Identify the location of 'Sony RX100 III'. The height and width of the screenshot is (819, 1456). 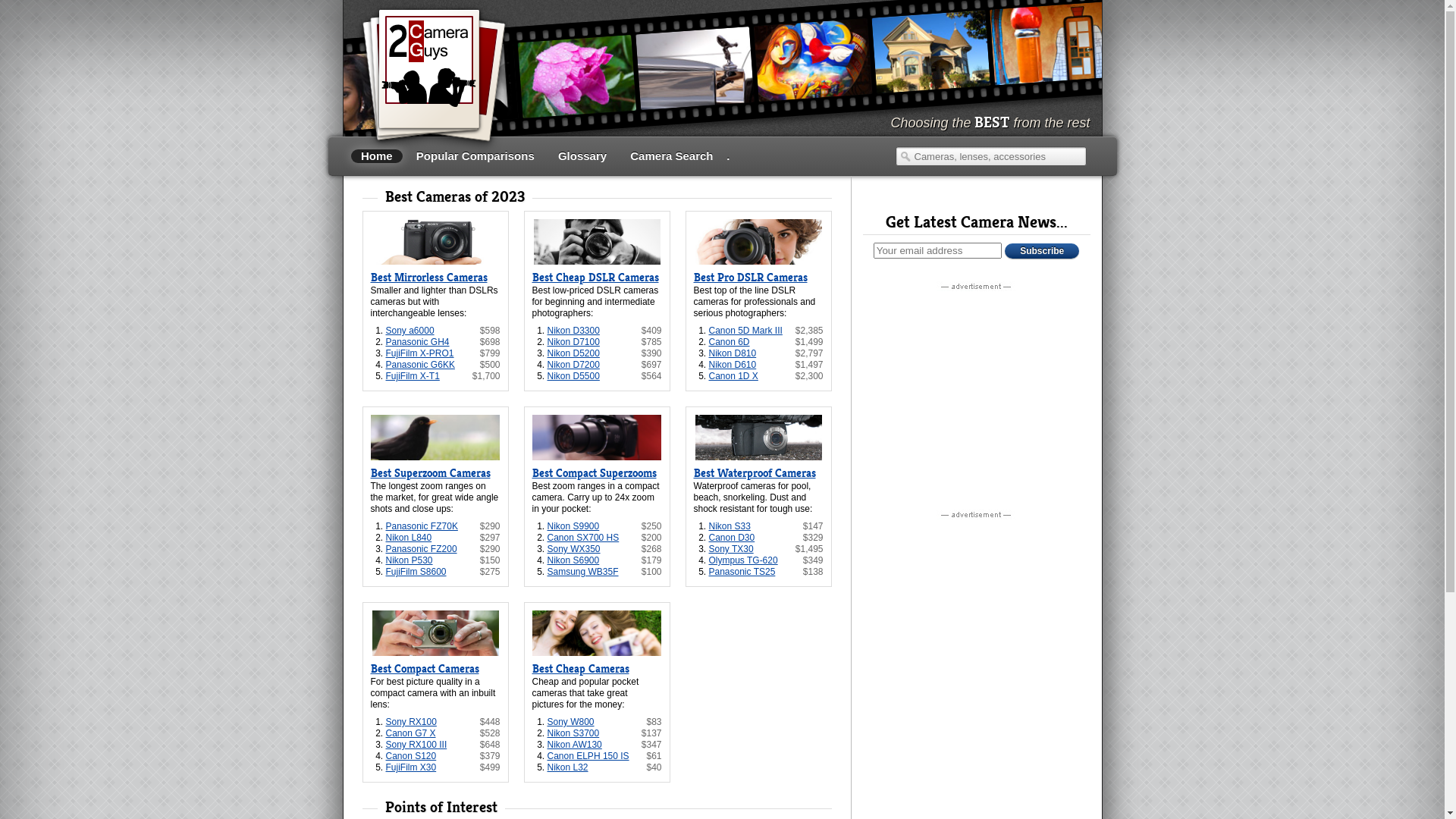
(416, 744).